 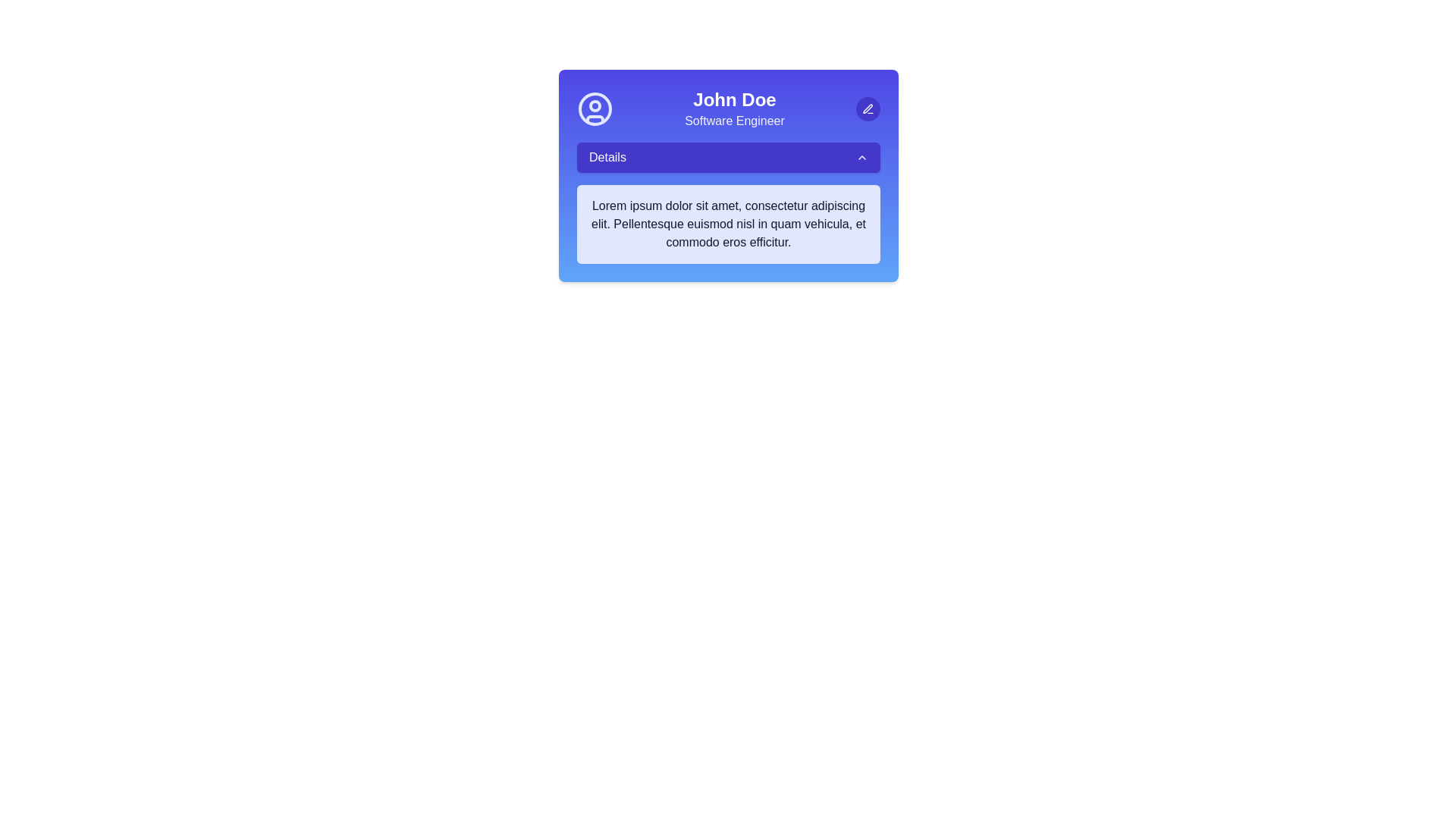 I want to click on the decorative curve at the bottom of the user's profile icon within the SVG graphic, which is located to the left of the 'John Doe' text, so click(x=595, y=118).